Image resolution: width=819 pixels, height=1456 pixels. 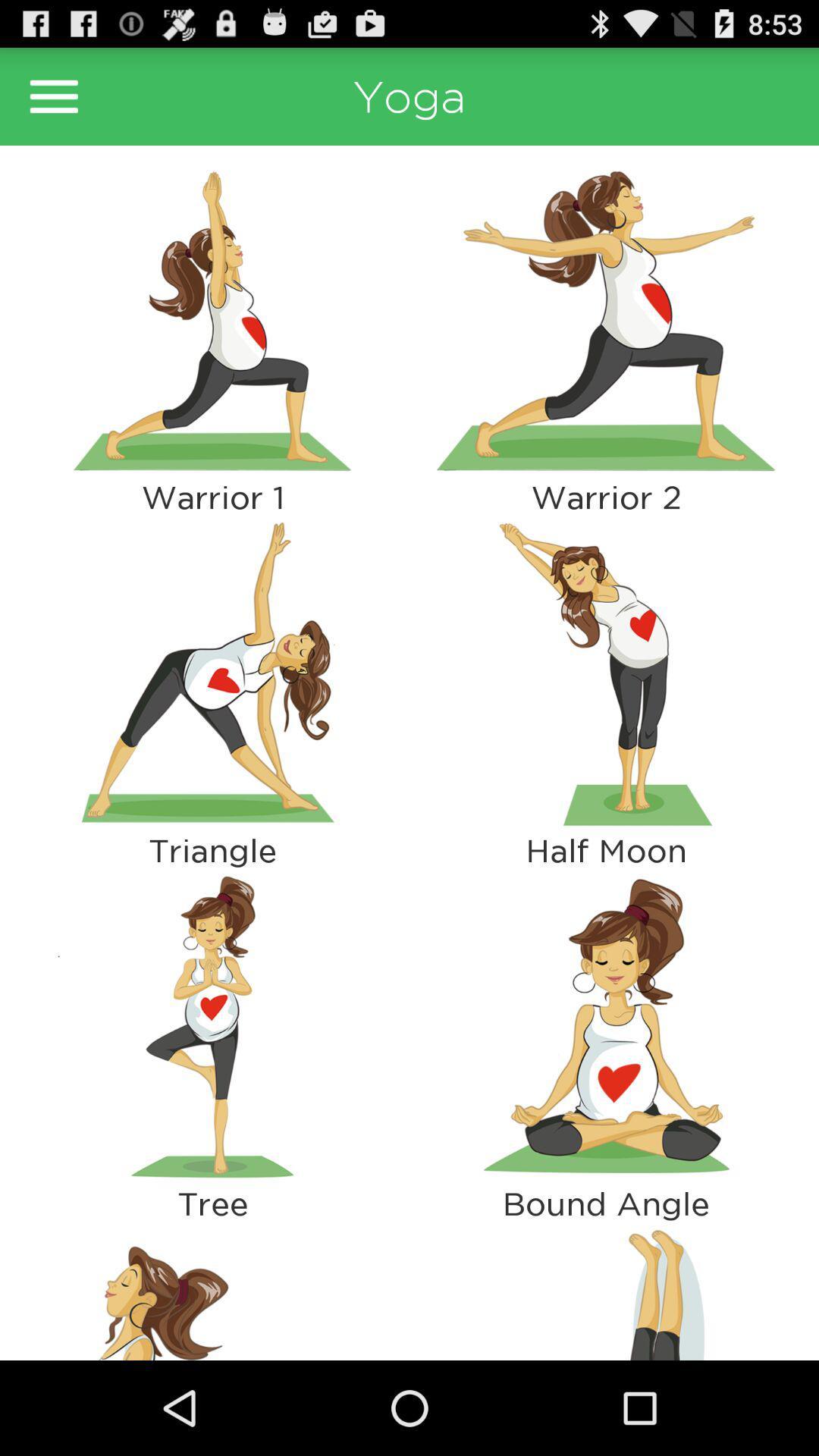 I want to click on show more info about that pose, so click(x=212, y=1027).